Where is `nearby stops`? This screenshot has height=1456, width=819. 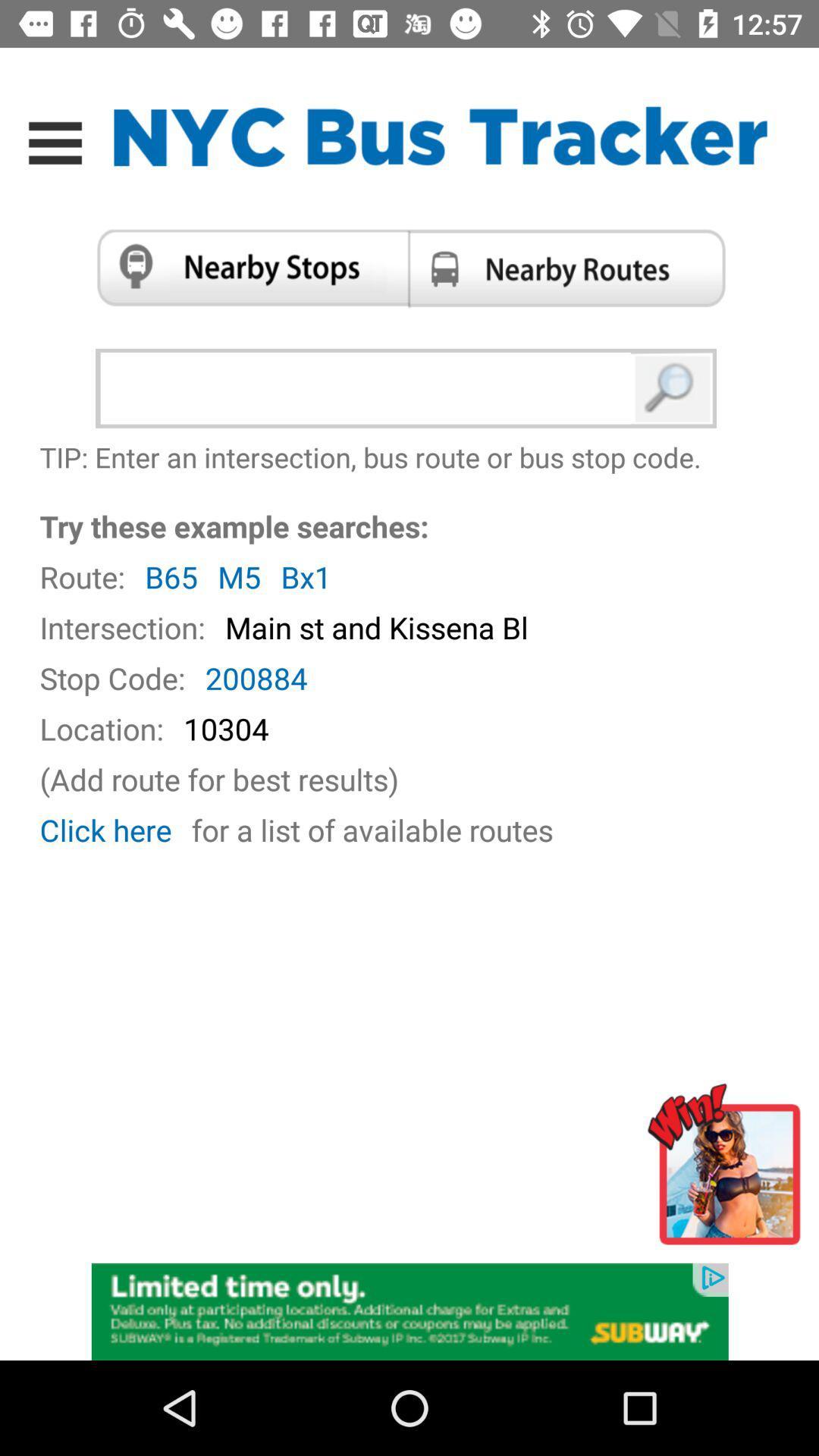 nearby stops is located at coordinates (246, 268).